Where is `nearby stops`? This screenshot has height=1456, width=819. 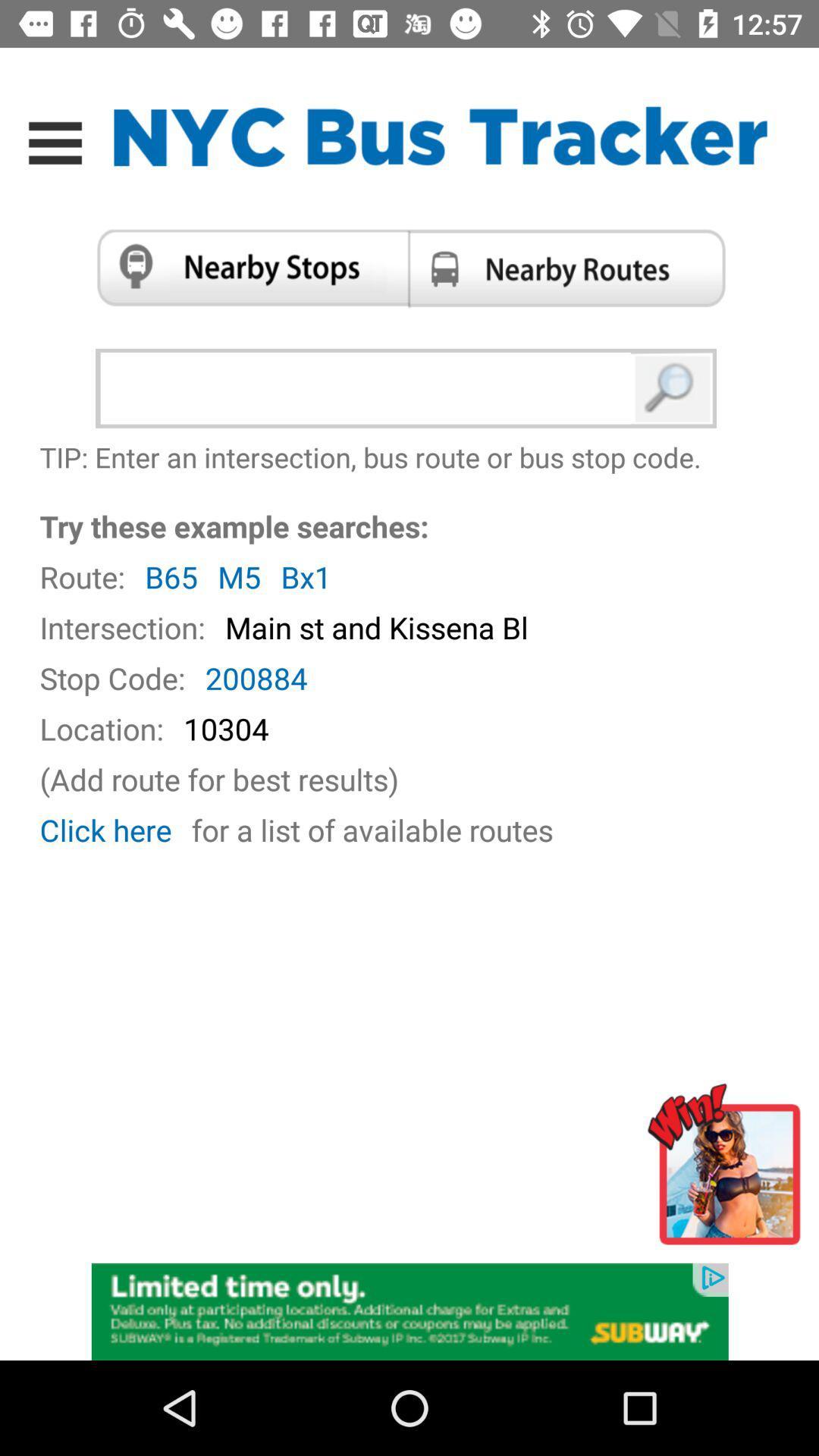 nearby stops is located at coordinates (246, 268).